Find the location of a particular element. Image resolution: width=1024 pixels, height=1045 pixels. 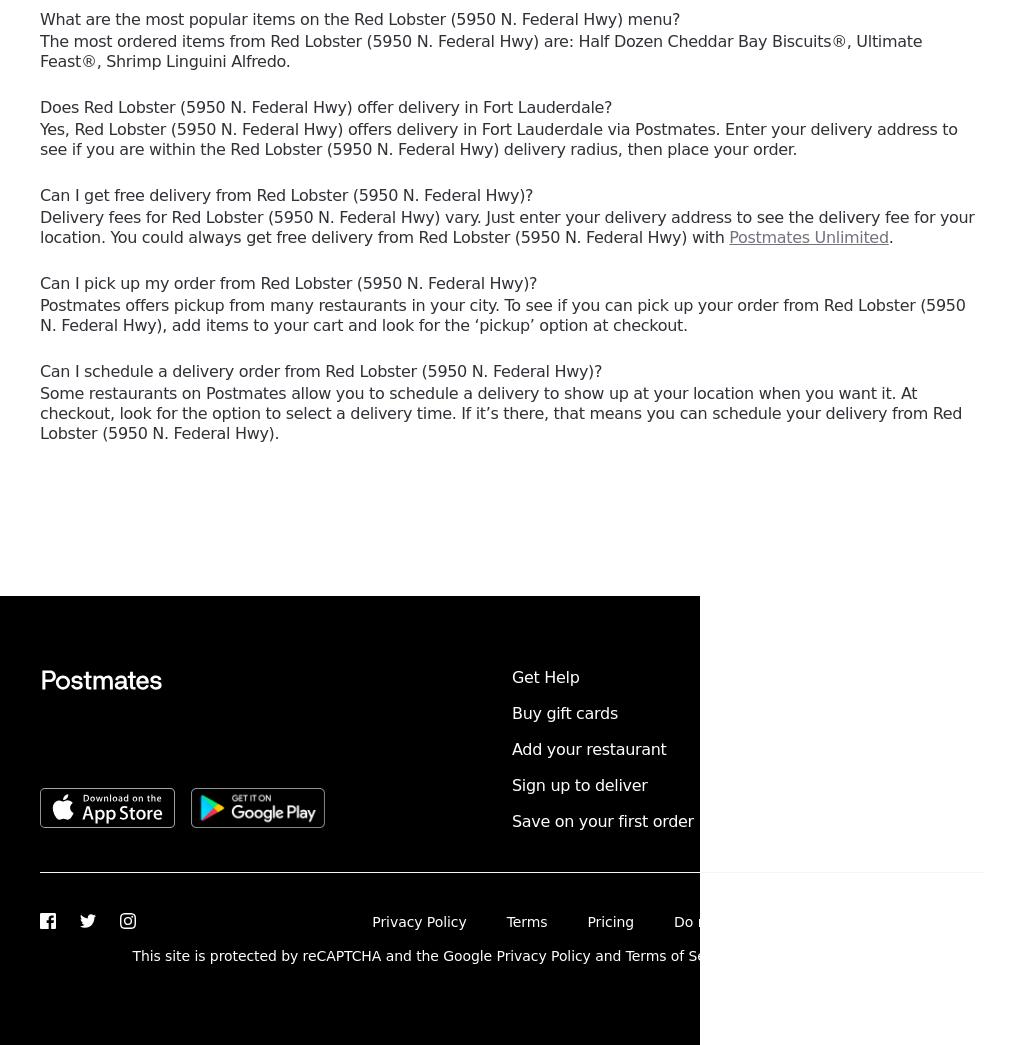

'Pickup near me' is located at coordinates (747, 748).